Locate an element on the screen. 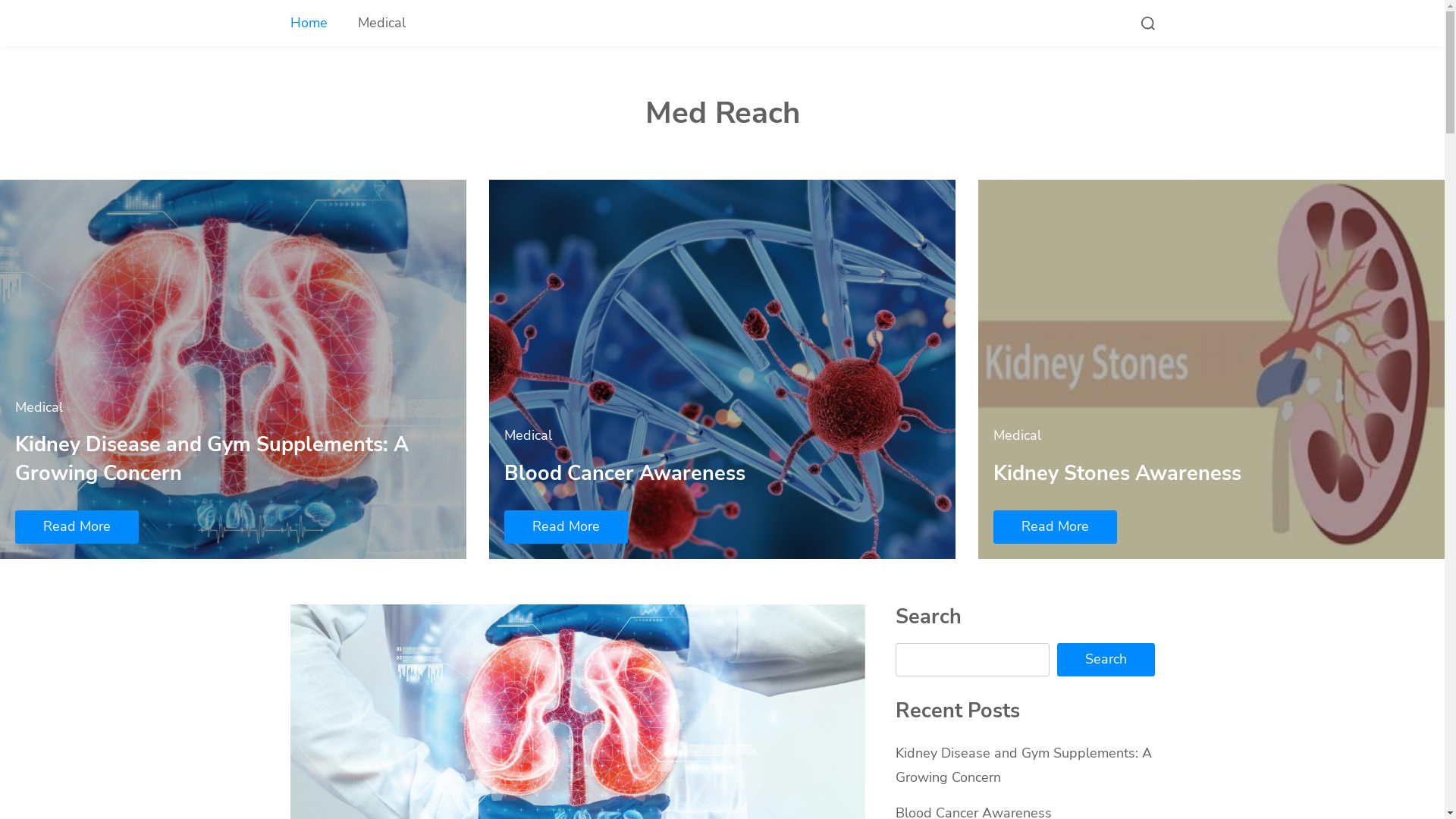 The height and width of the screenshot is (819, 1456). 'Search' is located at coordinates (1106, 659).